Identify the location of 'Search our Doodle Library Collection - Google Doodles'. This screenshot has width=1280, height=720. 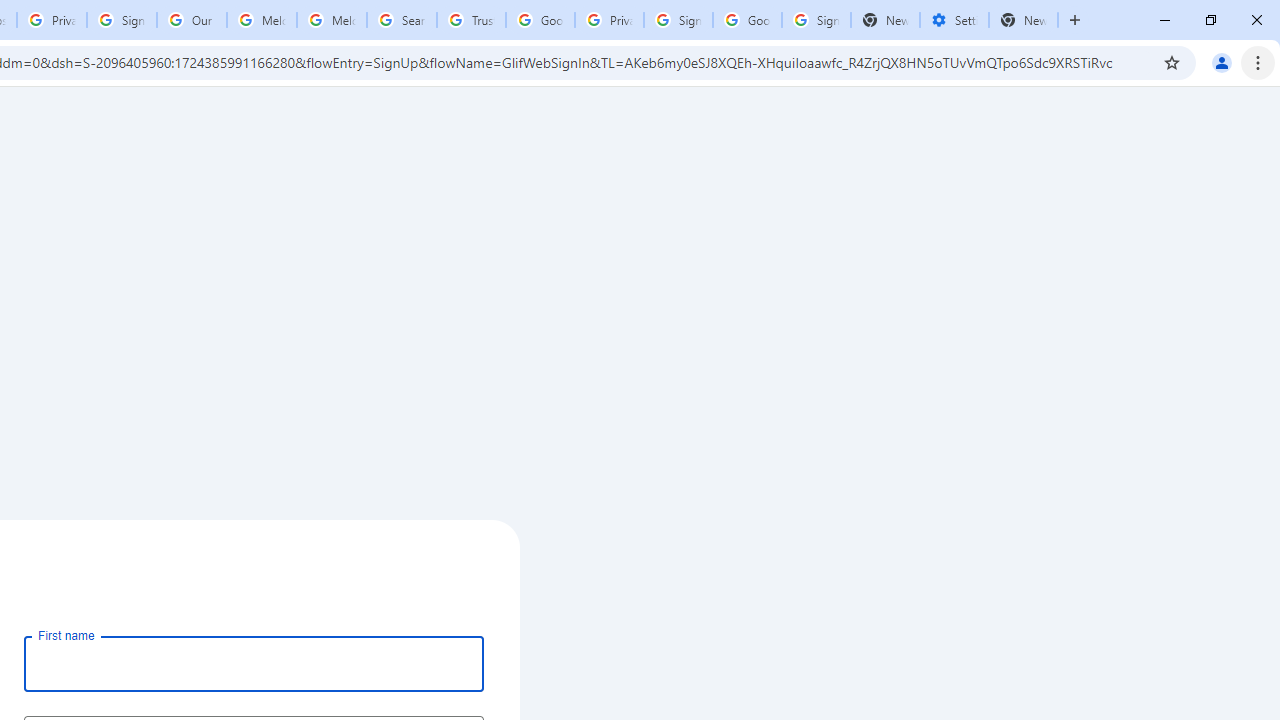
(400, 20).